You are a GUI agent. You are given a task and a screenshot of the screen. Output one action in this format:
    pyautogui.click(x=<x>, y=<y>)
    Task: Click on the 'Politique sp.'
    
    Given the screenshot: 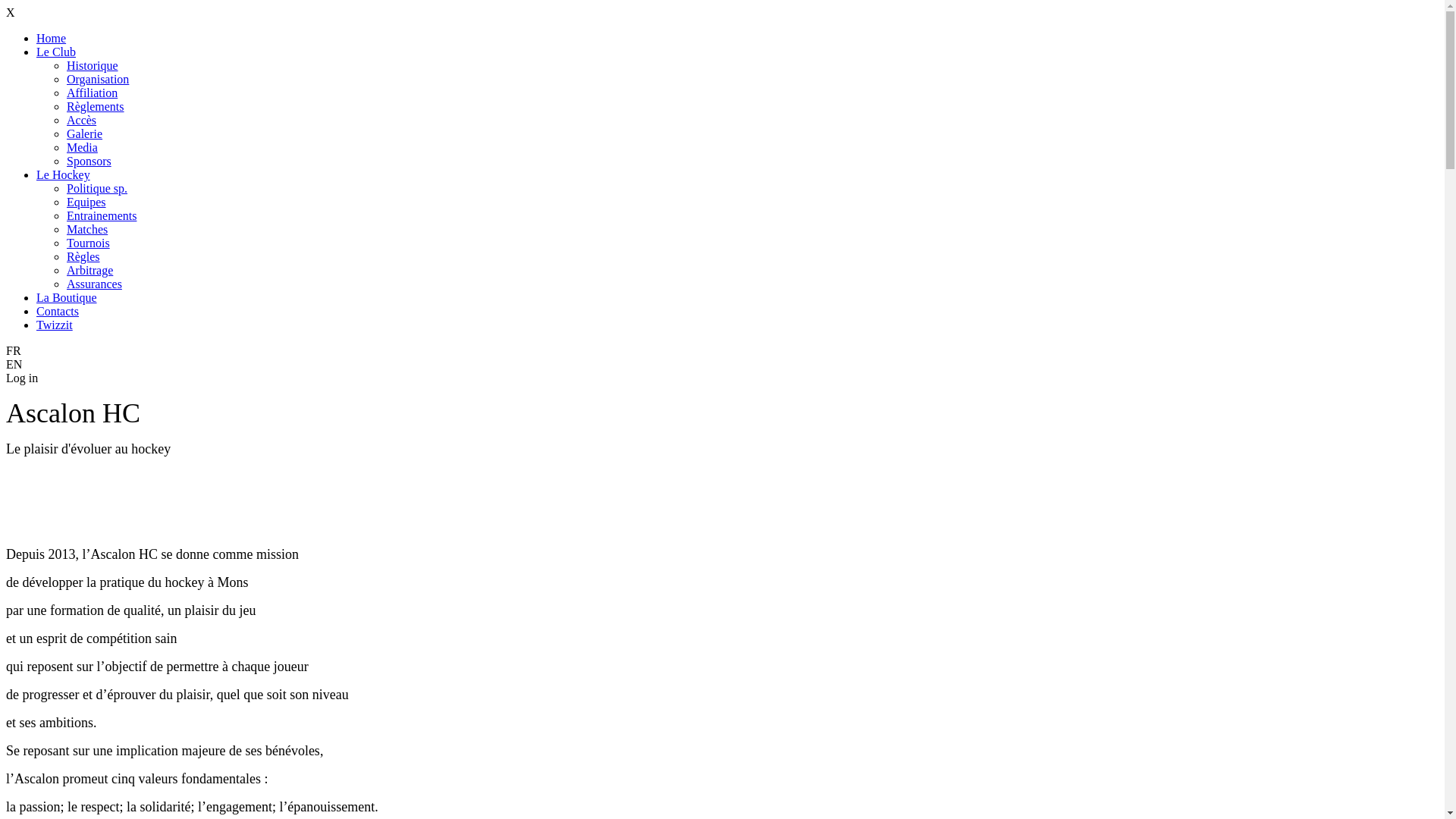 What is the action you would take?
    pyautogui.click(x=96, y=187)
    